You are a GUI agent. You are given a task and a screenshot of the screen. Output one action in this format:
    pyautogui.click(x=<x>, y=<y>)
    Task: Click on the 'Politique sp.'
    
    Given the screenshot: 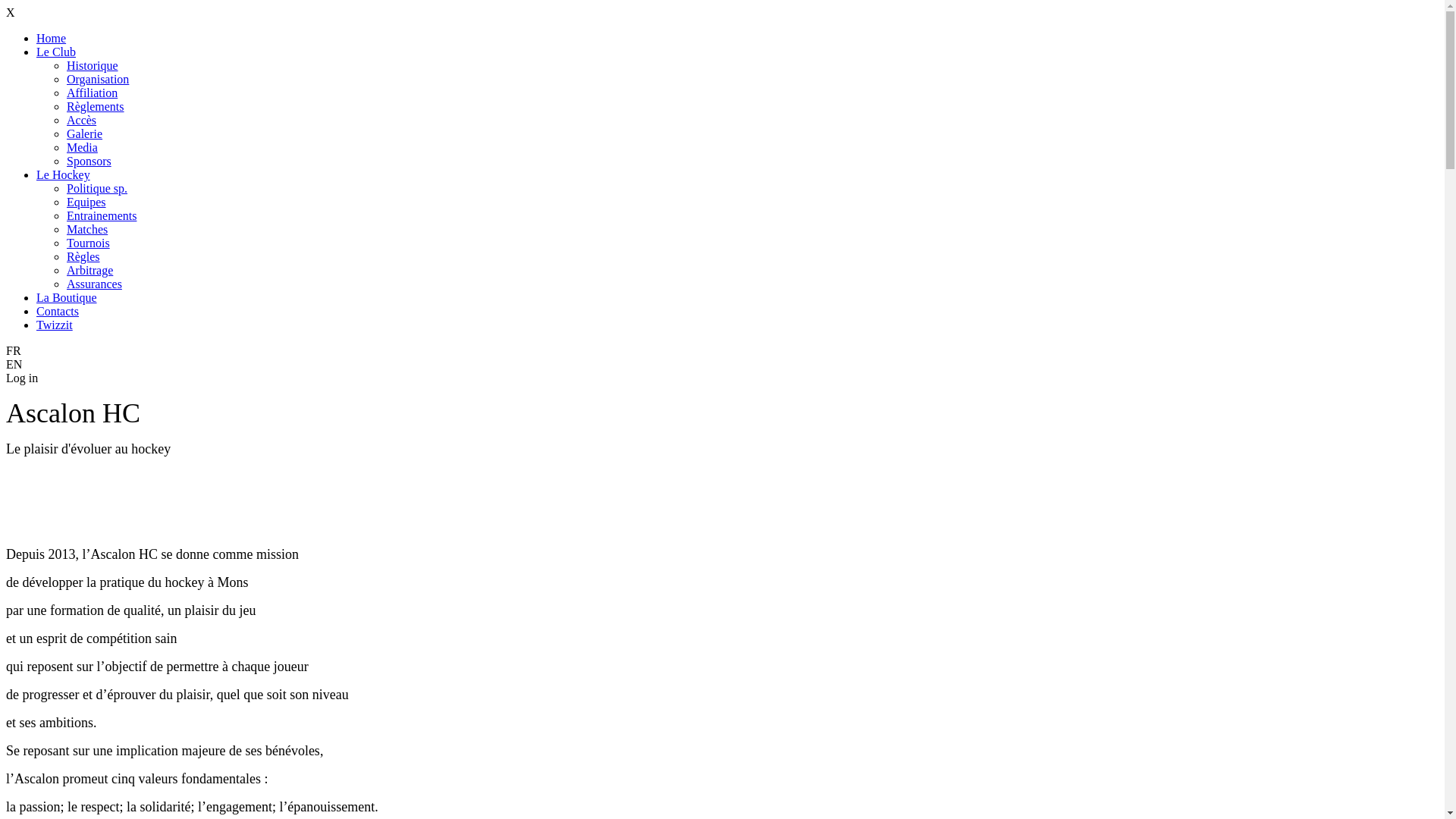 What is the action you would take?
    pyautogui.click(x=96, y=187)
    